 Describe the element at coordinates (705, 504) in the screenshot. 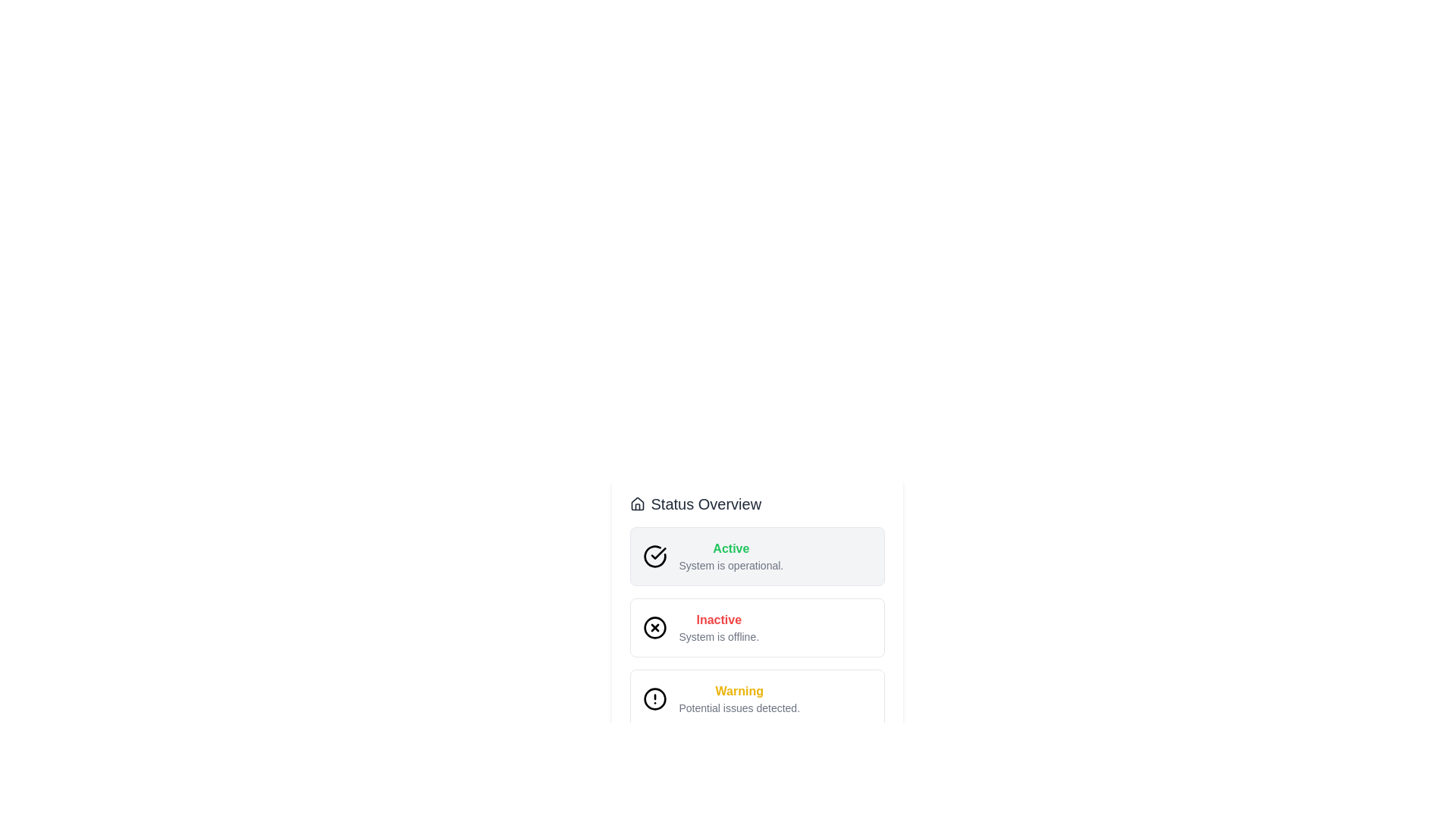

I see `the text label element that serves as a header or title summarizing the information below, positioned to the right of a house-shaped icon within a group of status items` at that location.